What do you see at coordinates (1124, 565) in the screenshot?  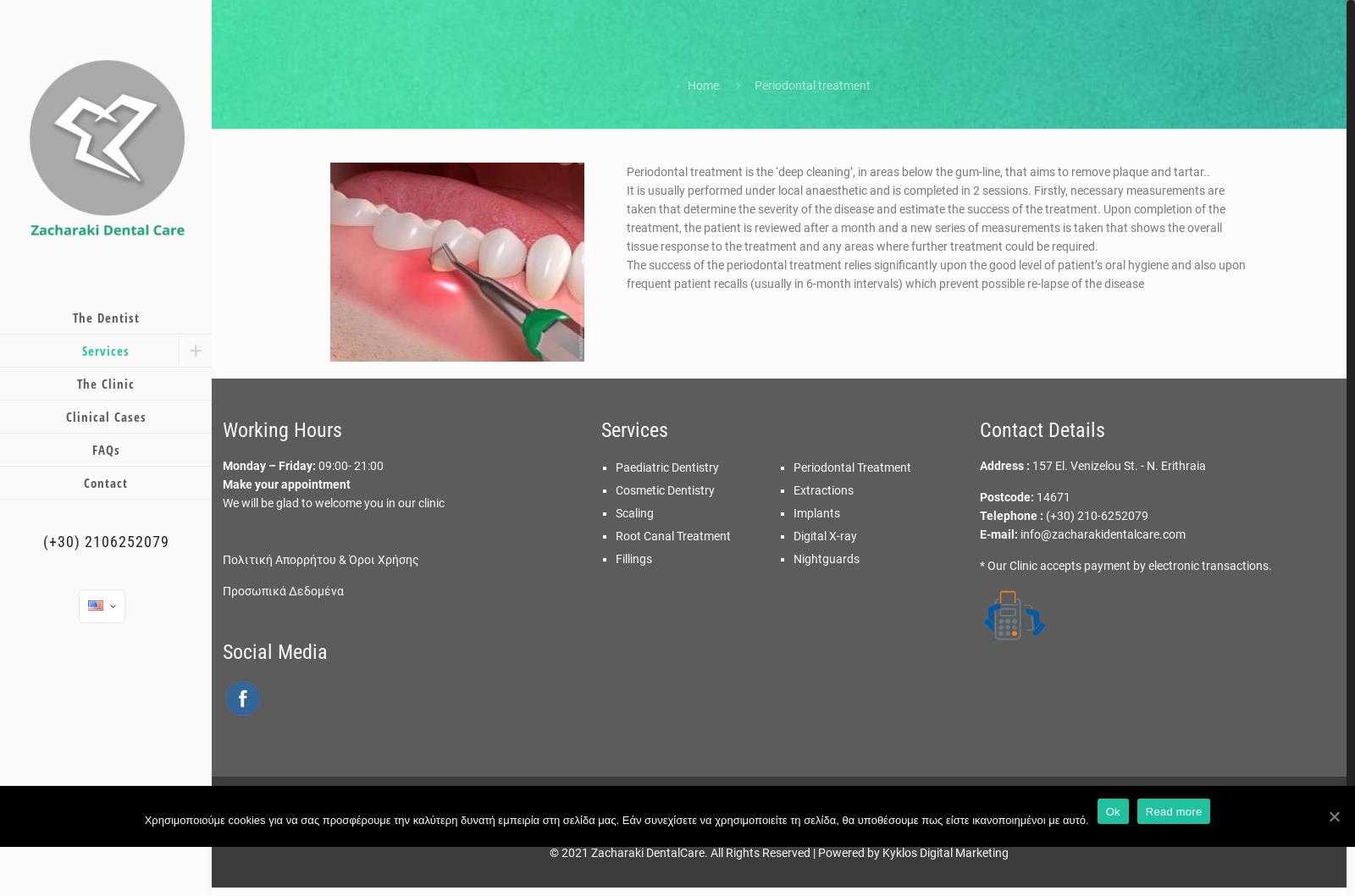 I see `'* Our Clinic accepts payment by electronic transactions.'` at bounding box center [1124, 565].